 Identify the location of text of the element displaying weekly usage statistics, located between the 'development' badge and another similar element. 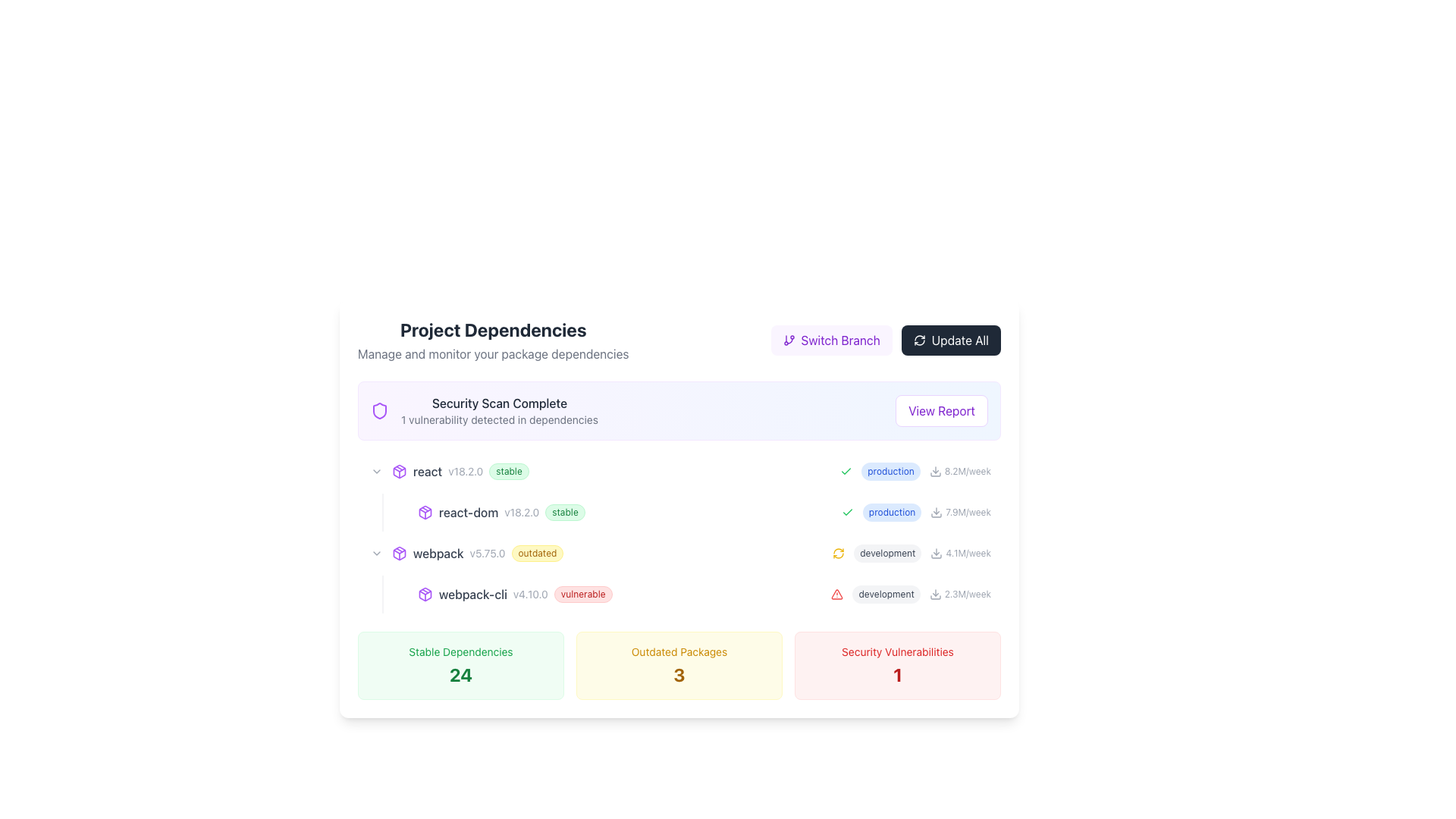
(960, 553).